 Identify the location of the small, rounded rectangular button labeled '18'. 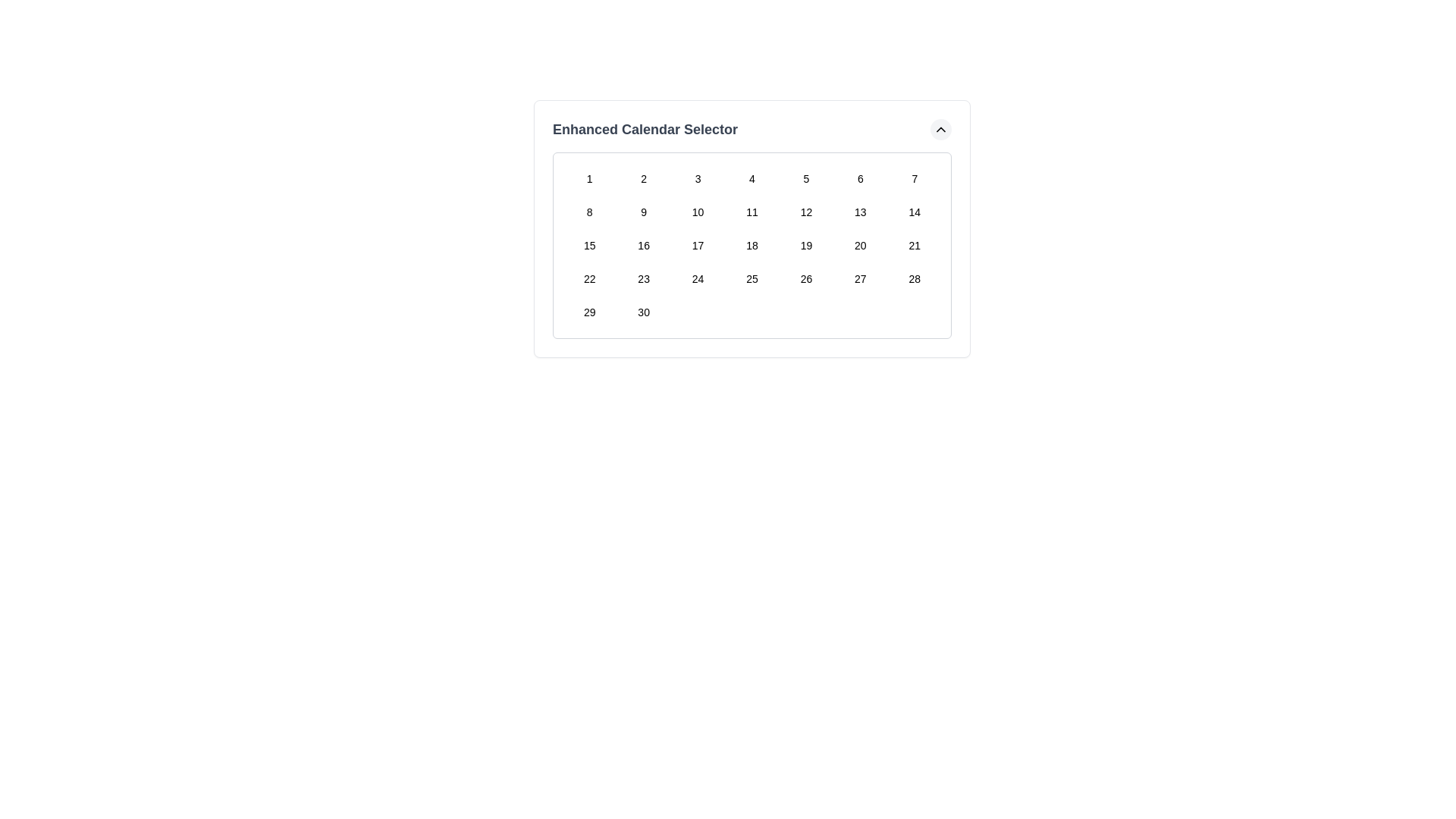
(752, 245).